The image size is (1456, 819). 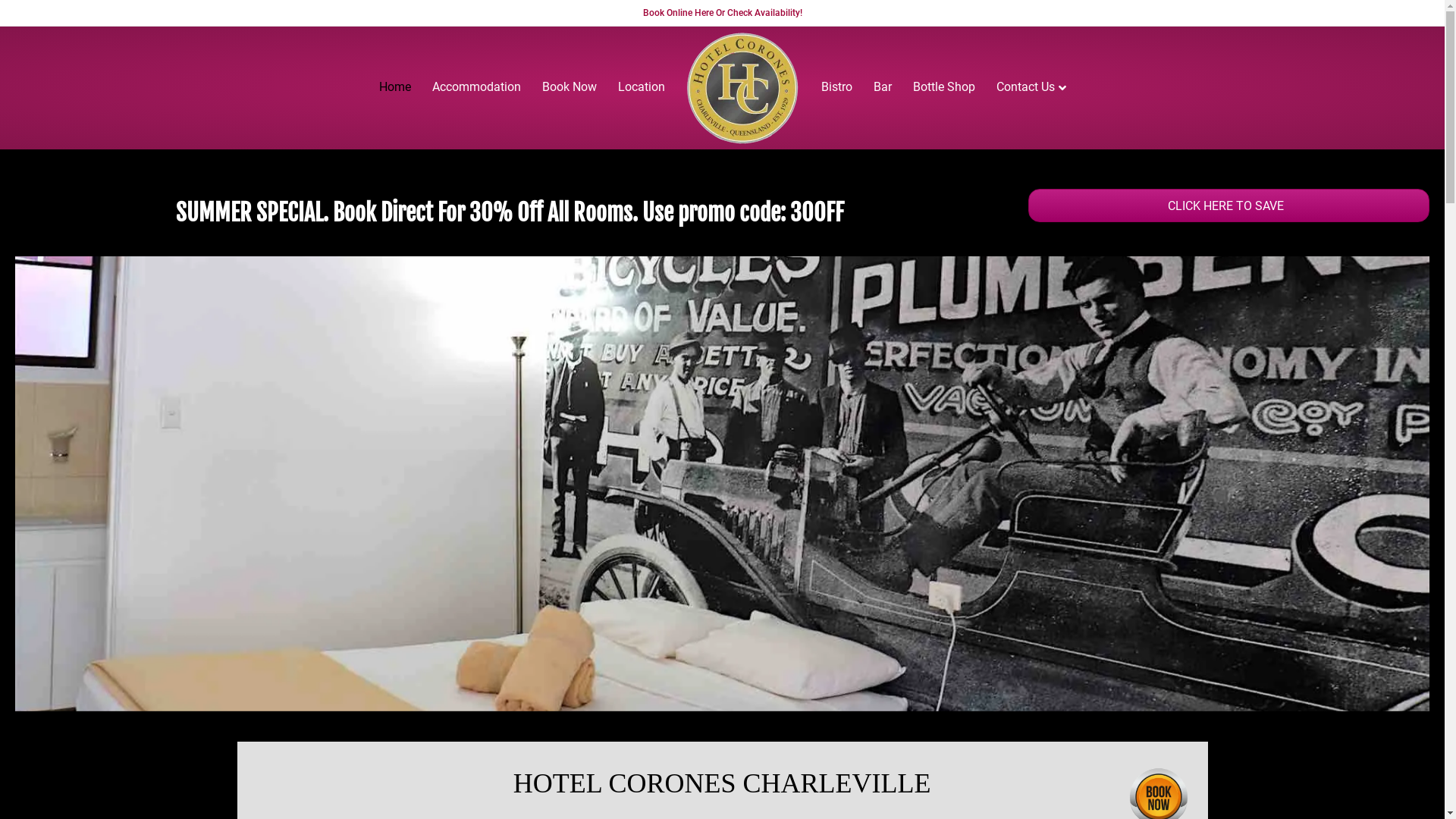 What do you see at coordinates (475, 87) in the screenshot?
I see `'Accommodation'` at bounding box center [475, 87].